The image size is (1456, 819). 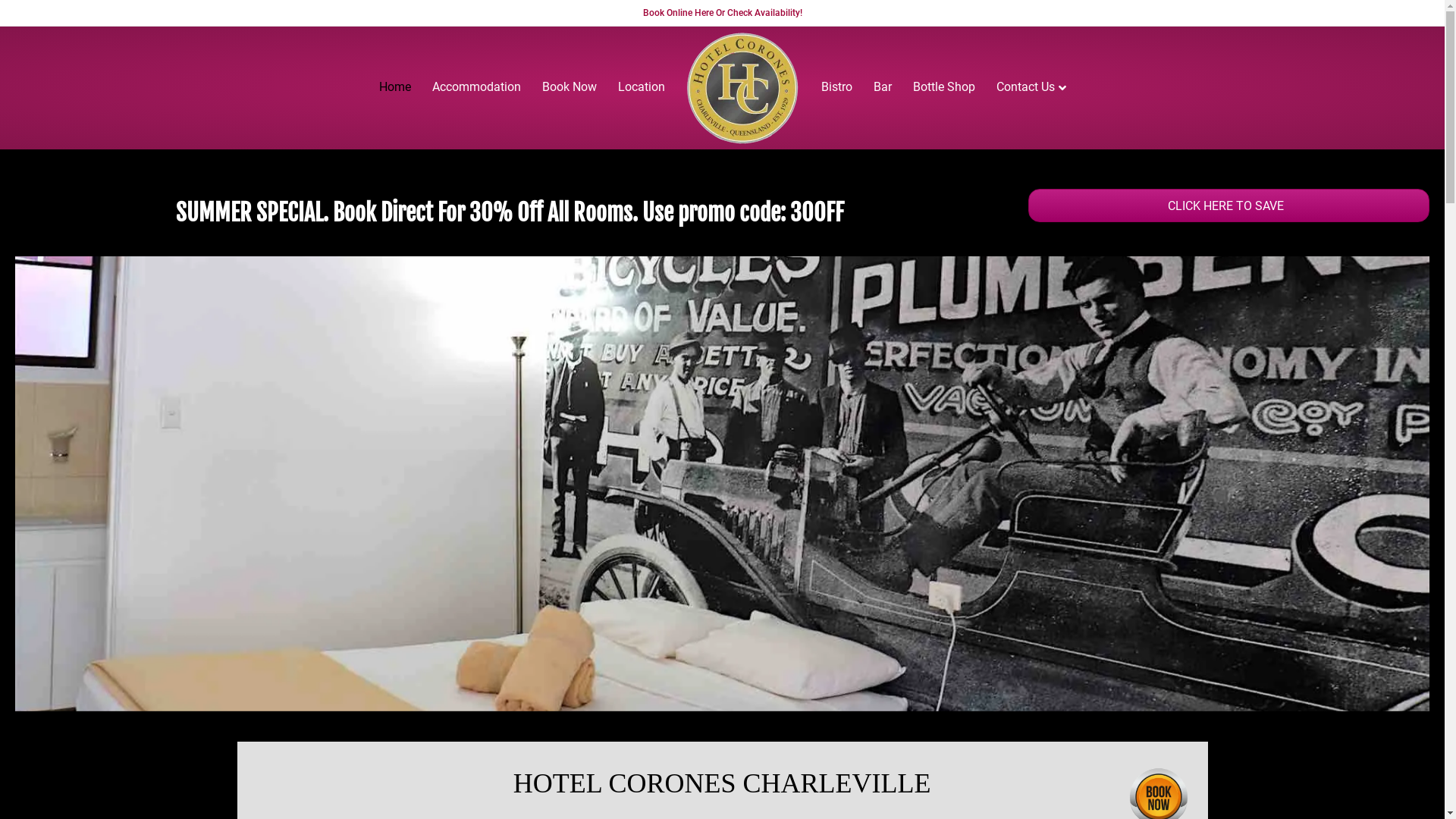 What do you see at coordinates (475, 87) in the screenshot?
I see `'Accommodation'` at bounding box center [475, 87].